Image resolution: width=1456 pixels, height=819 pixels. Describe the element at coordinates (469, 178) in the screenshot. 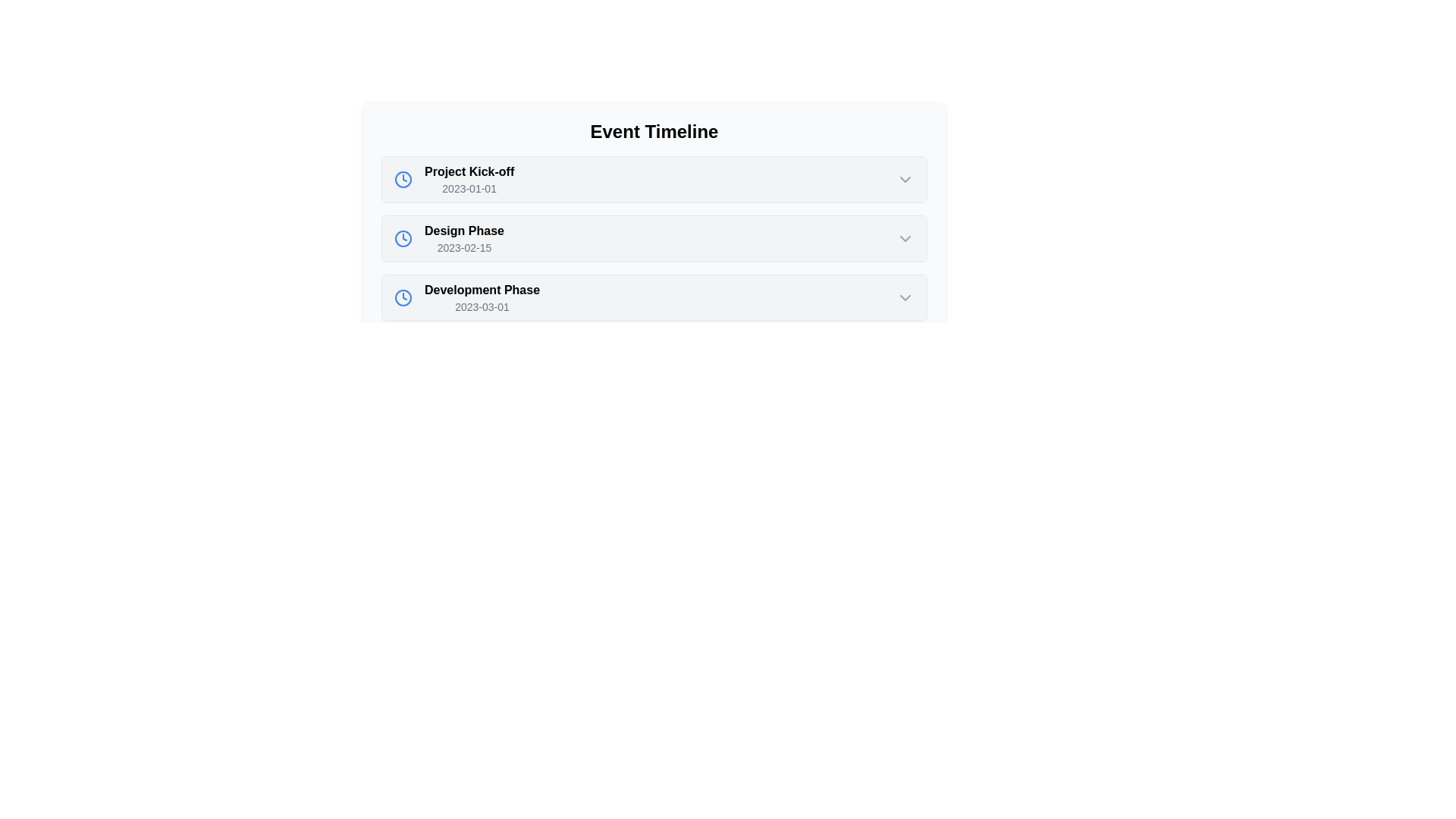

I see `the 'Project Kick-off' text block, which is the first item in the event timeline list under the 'Event Timeline' heading` at that location.